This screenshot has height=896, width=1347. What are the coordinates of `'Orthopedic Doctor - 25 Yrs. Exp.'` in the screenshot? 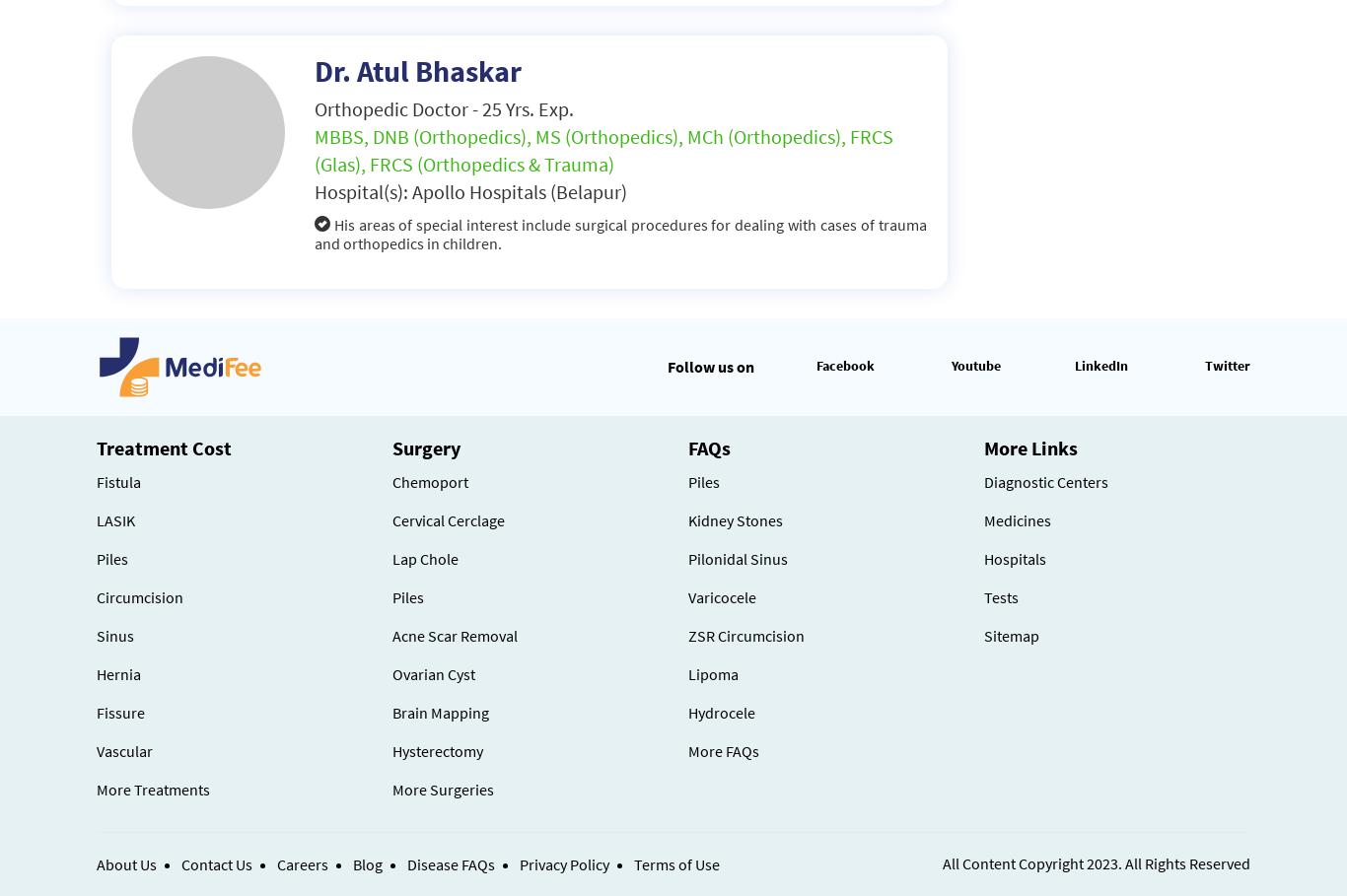 It's located at (314, 107).